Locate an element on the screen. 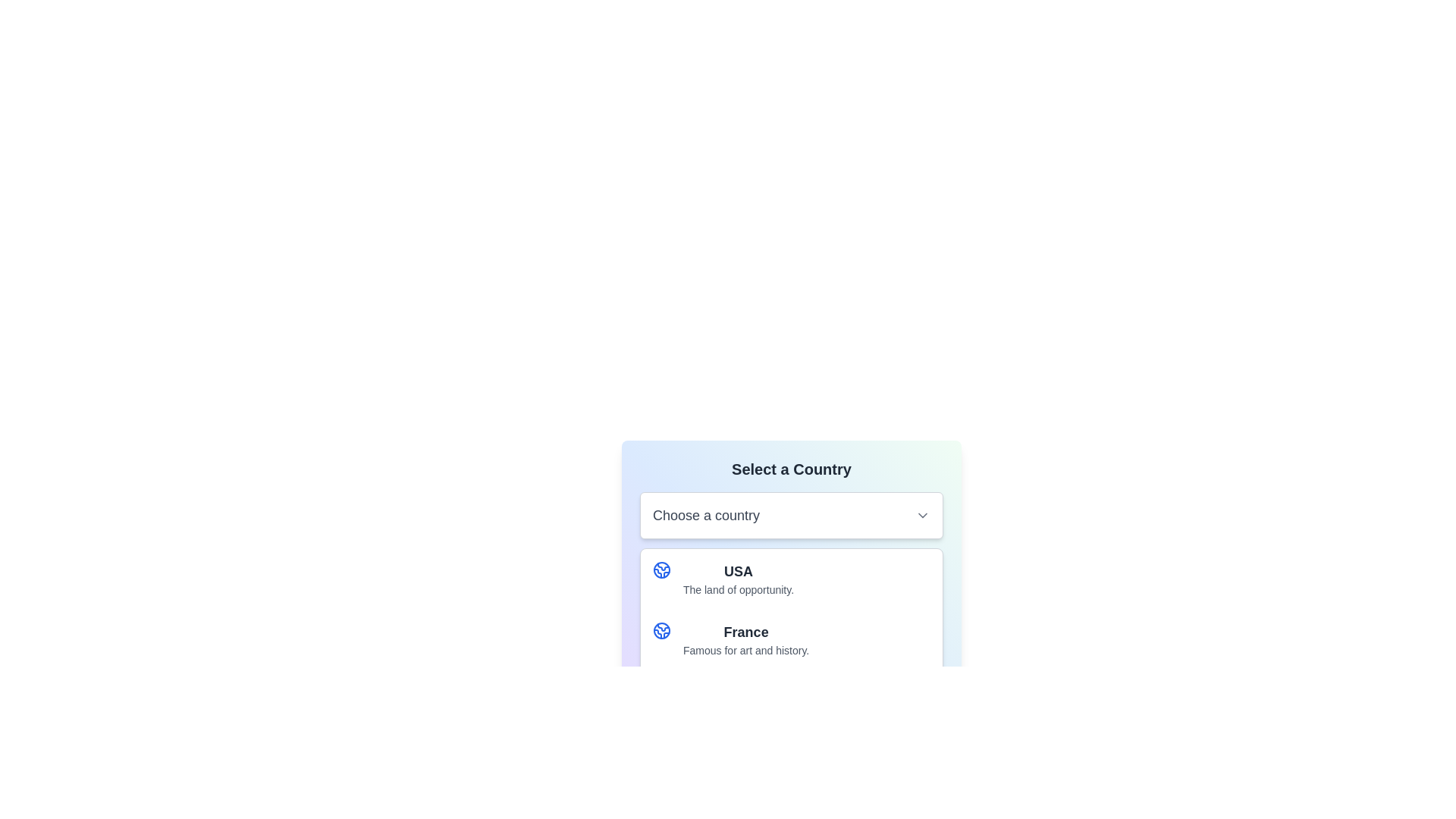  the geographical connection icon located to the left of the text 'France' in the list of countries by moving the cursor to its center point is located at coordinates (662, 631).